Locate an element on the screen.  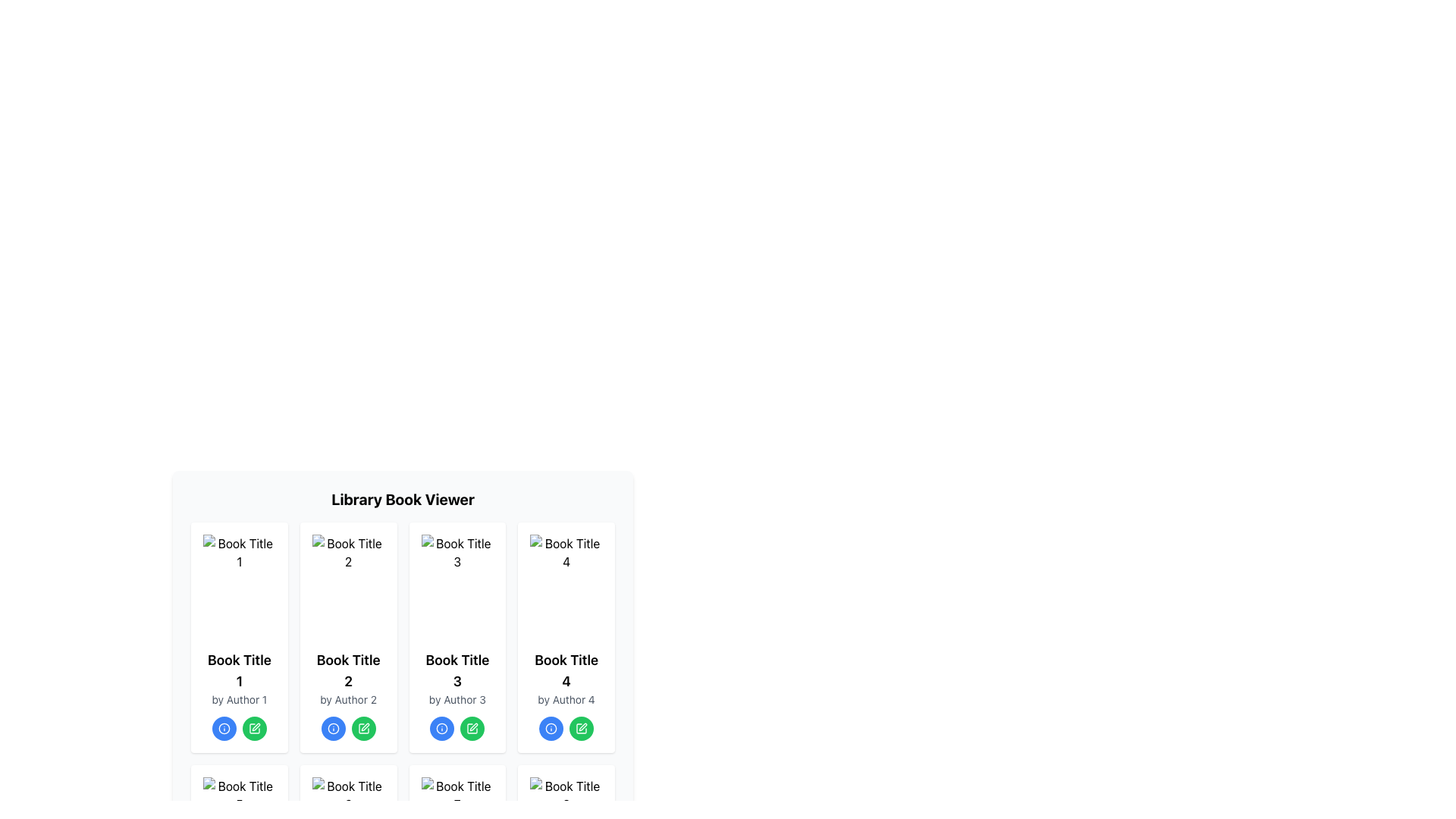
the pen icon button for editing purposes located in the control panel of 'Book Title 3' is located at coordinates (472, 727).